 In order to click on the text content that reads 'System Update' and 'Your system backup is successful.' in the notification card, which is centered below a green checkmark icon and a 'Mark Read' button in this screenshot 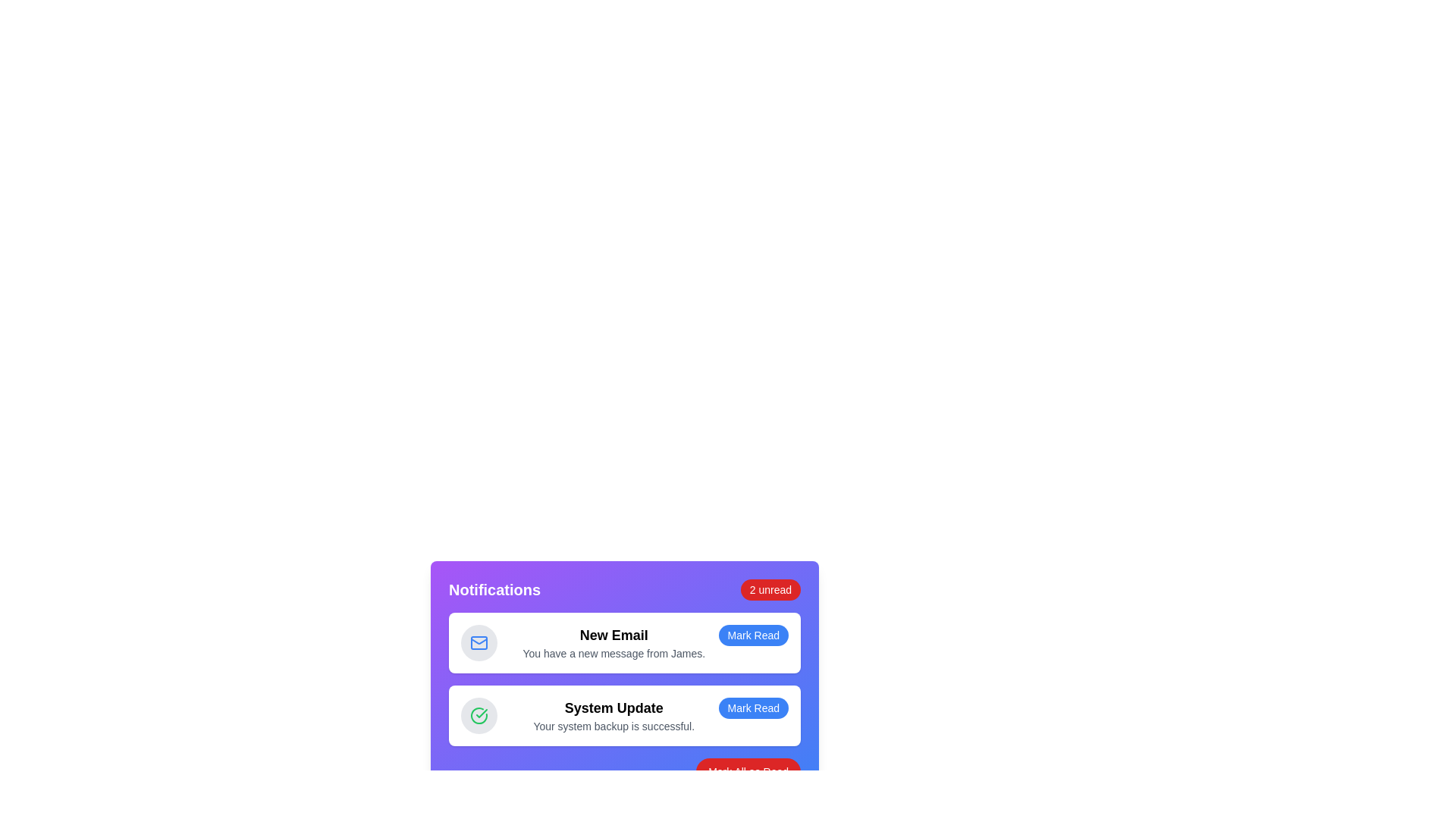, I will do `click(613, 716)`.